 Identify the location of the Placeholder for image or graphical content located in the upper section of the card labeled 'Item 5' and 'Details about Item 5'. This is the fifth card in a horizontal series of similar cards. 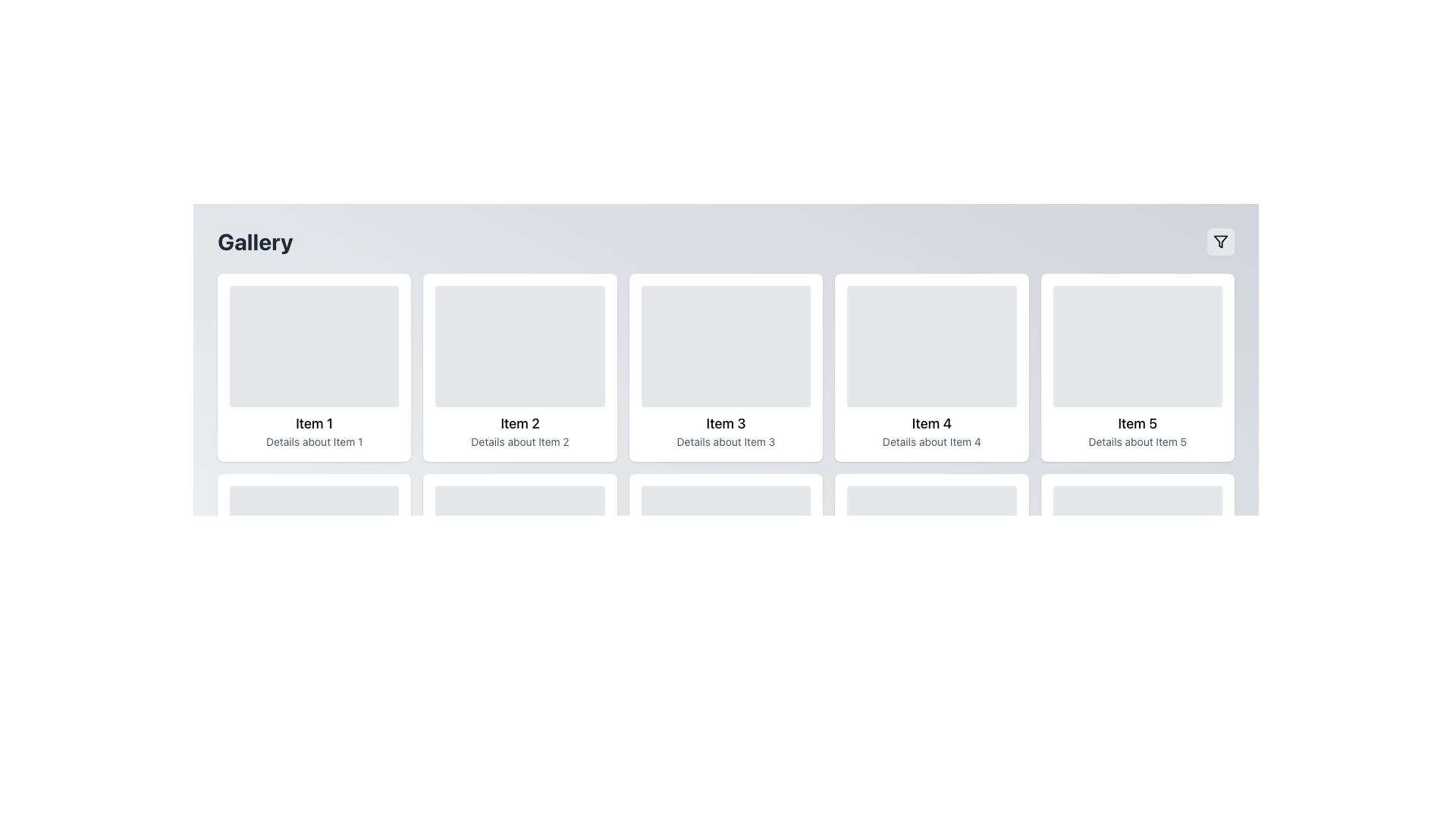
(1137, 346).